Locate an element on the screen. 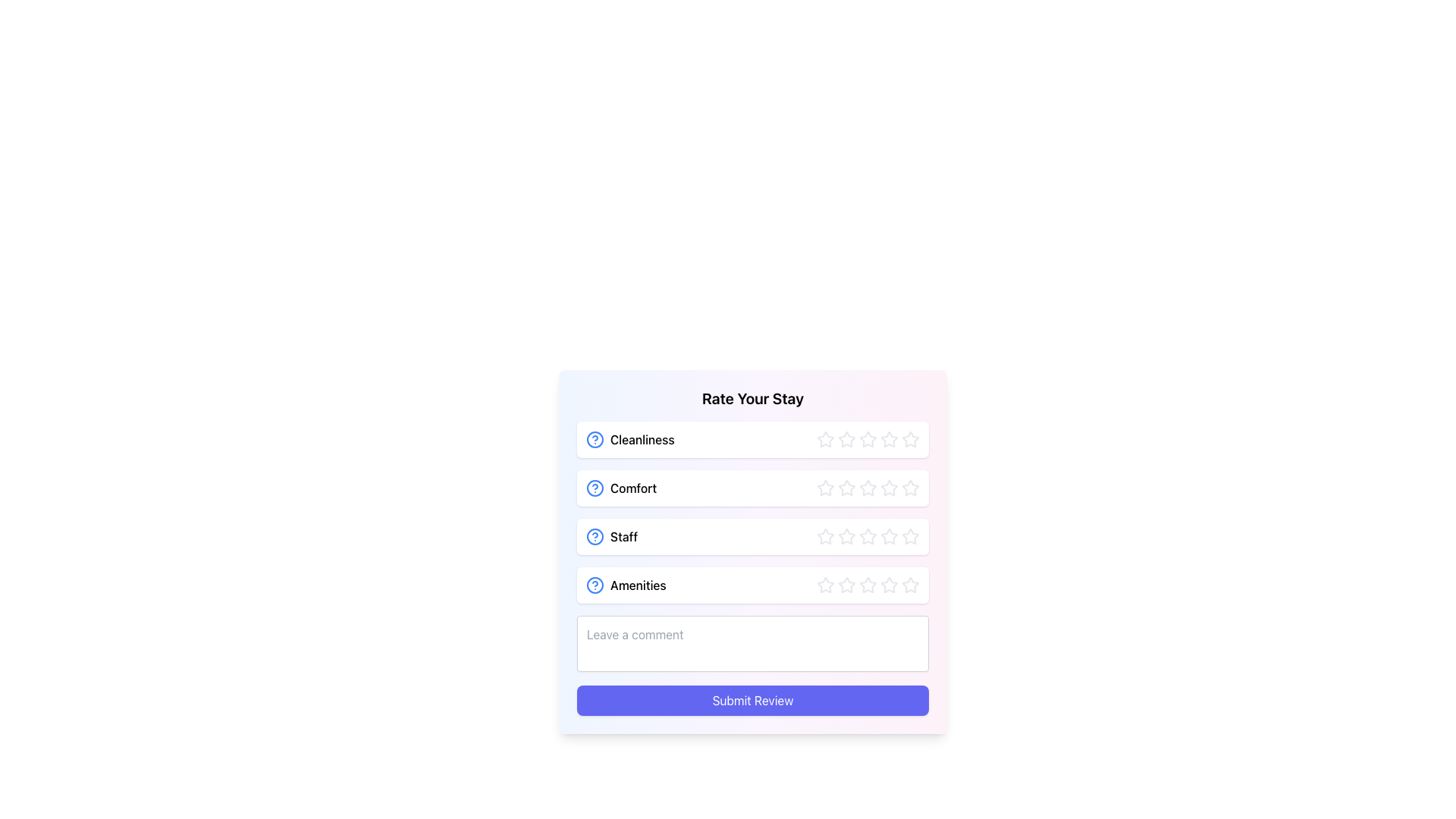 This screenshot has height=819, width=1456. the second star in the five-star rating system for the 'Comfort' aspect is located at coordinates (910, 488).